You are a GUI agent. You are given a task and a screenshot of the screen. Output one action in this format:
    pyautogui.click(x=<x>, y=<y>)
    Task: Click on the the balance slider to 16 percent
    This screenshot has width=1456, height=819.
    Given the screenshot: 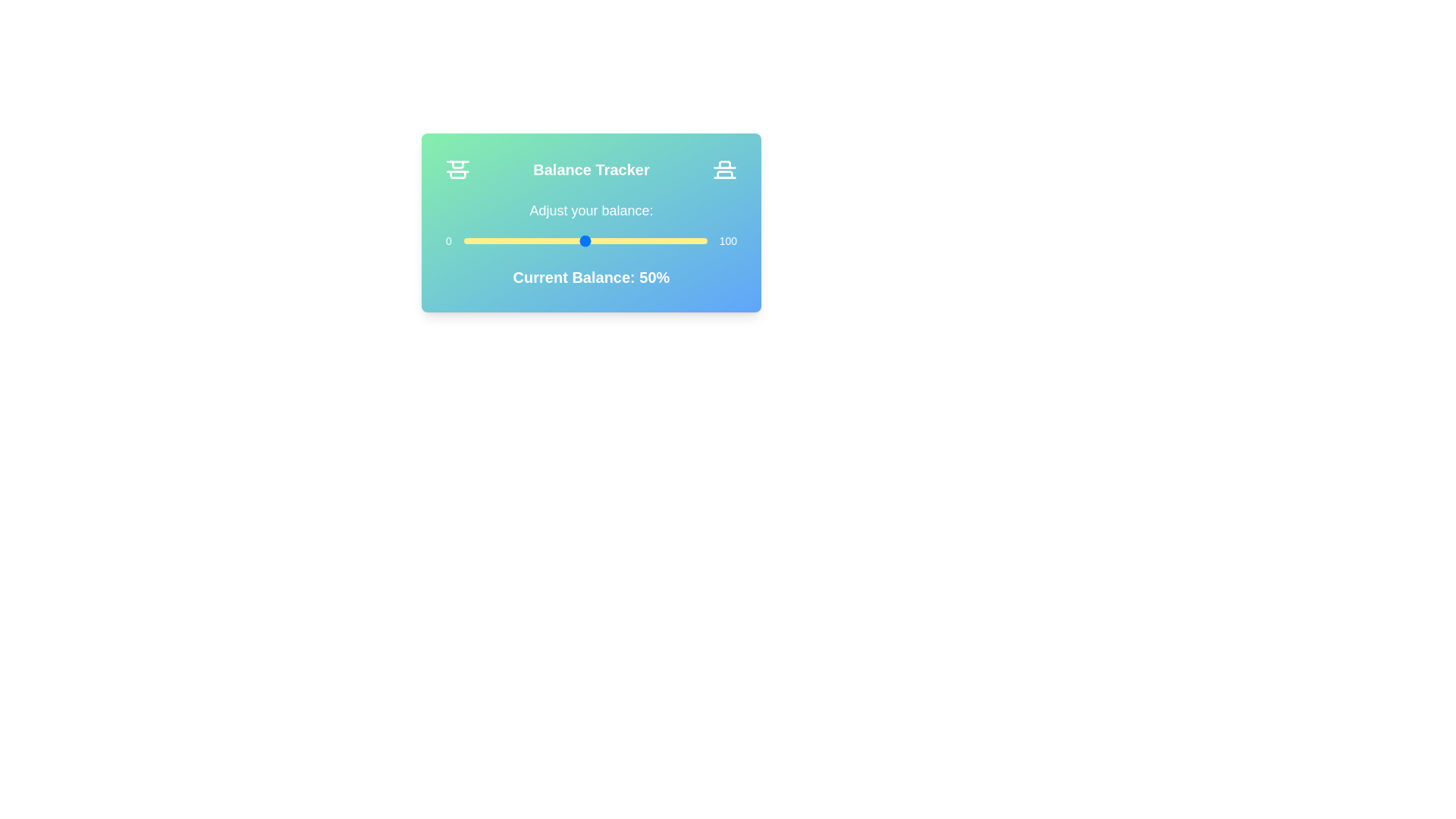 What is the action you would take?
    pyautogui.click(x=503, y=240)
    